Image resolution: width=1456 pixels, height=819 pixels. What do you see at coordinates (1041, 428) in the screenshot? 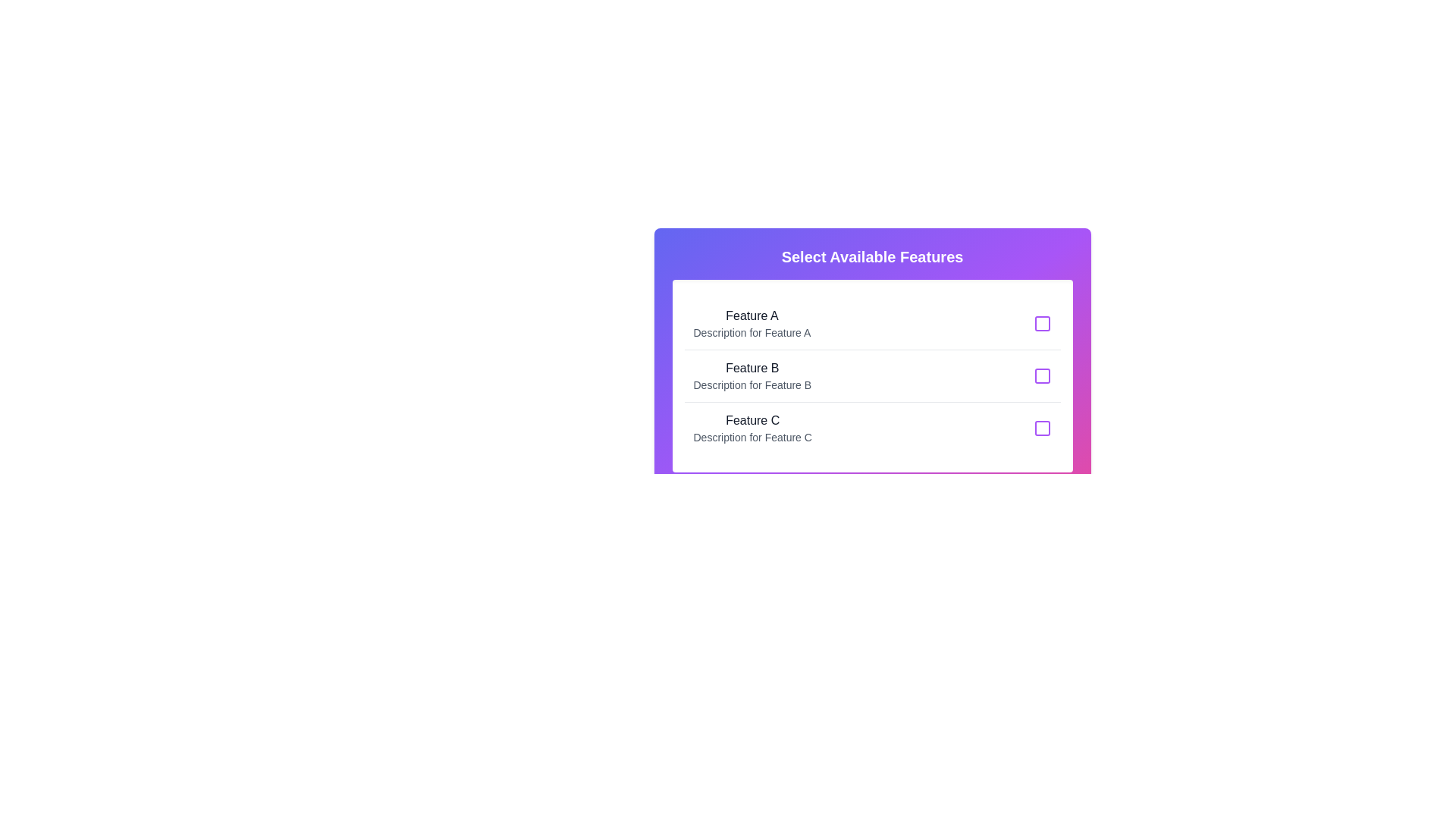
I see `the purple square outline checkbox located to the right of 'Feature C' in the third item of the list for additional styling` at bounding box center [1041, 428].